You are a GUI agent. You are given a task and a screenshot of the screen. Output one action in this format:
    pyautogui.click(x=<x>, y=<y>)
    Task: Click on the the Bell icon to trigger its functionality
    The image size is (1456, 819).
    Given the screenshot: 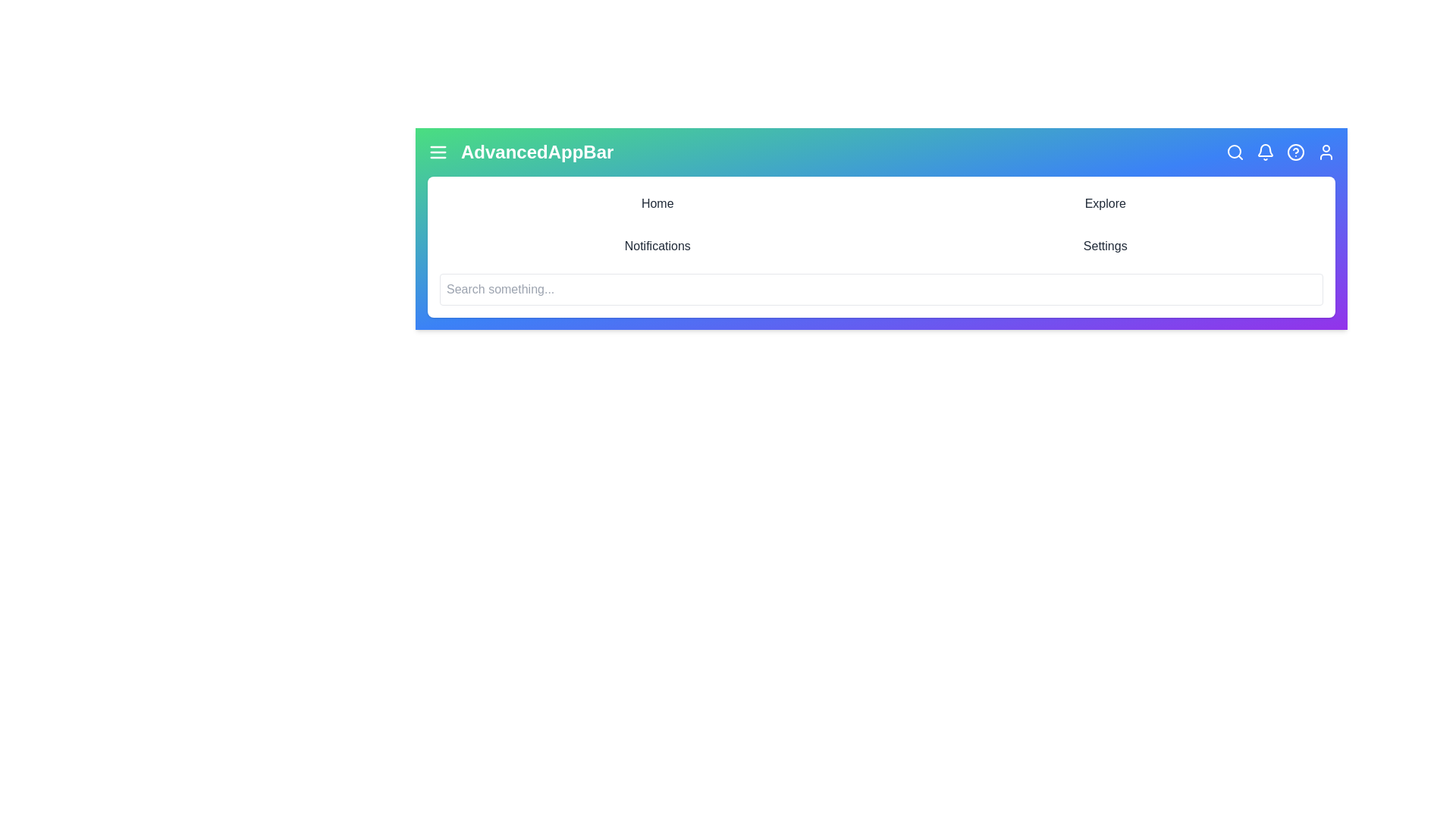 What is the action you would take?
    pyautogui.click(x=1266, y=152)
    